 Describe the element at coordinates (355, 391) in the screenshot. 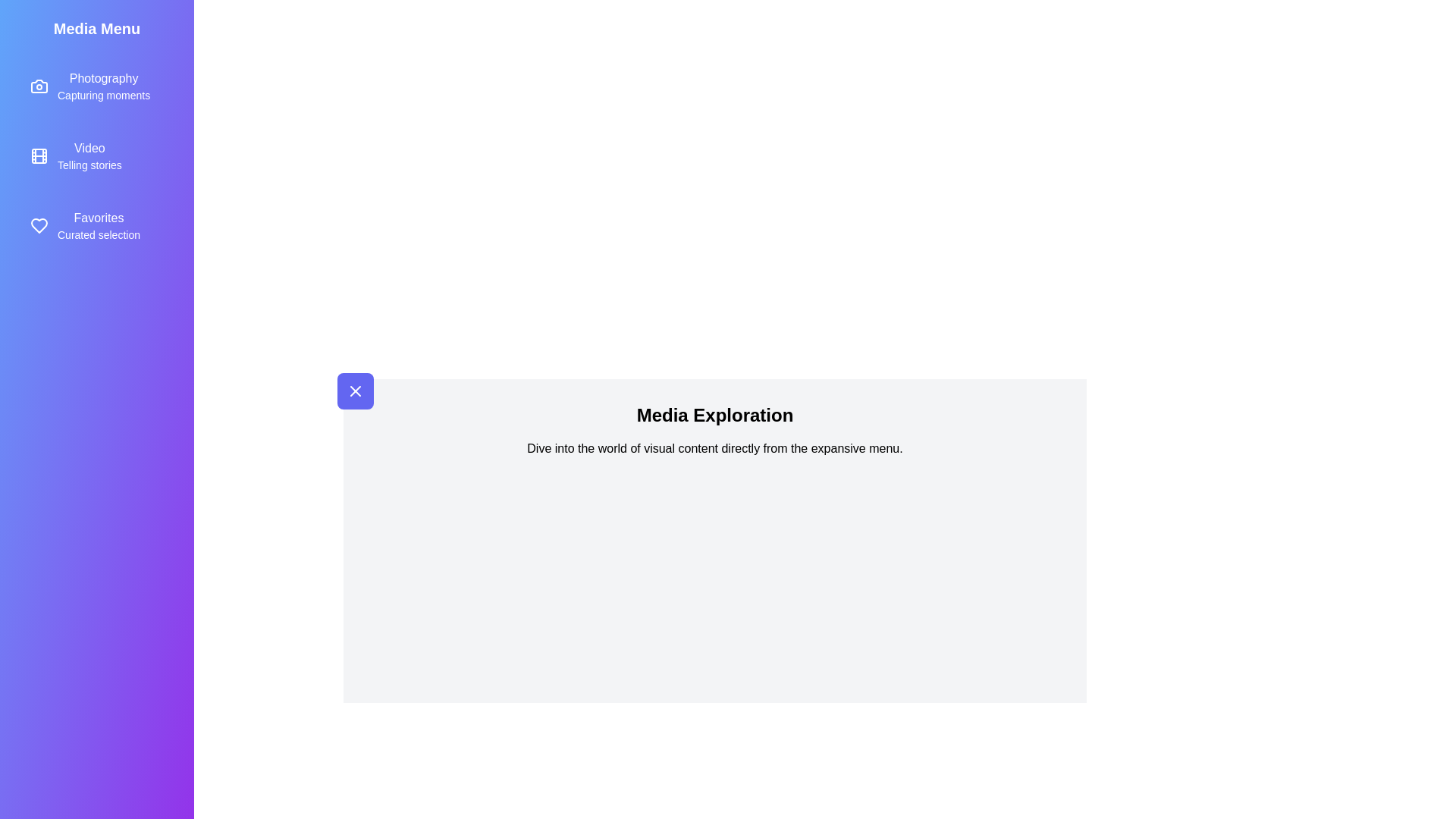

I see `the toggle button to open or close the drawer` at that location.